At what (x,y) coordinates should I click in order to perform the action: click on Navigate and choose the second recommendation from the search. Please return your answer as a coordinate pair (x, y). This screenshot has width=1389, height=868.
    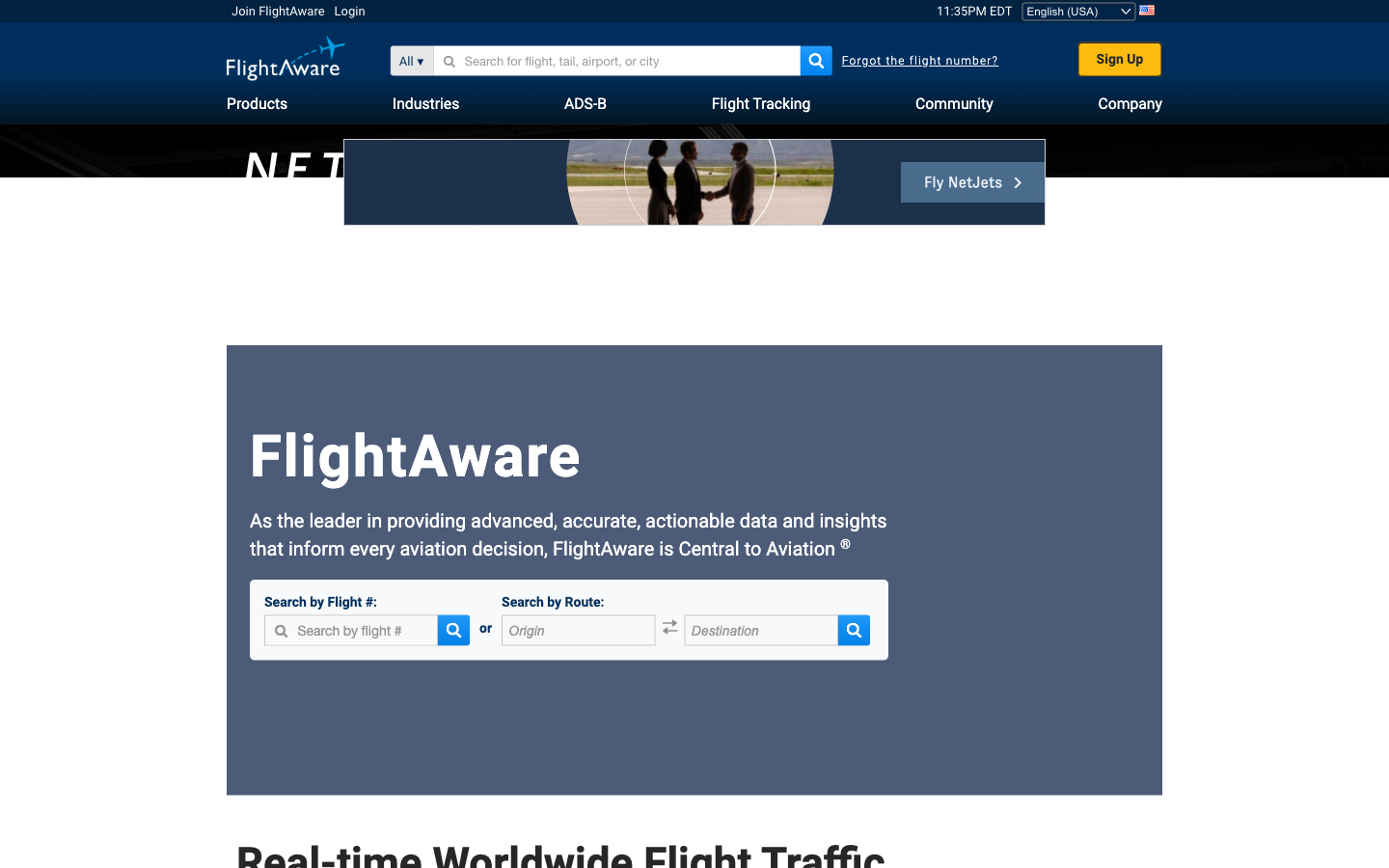
    Looking at the image, I should click on (457, 60).